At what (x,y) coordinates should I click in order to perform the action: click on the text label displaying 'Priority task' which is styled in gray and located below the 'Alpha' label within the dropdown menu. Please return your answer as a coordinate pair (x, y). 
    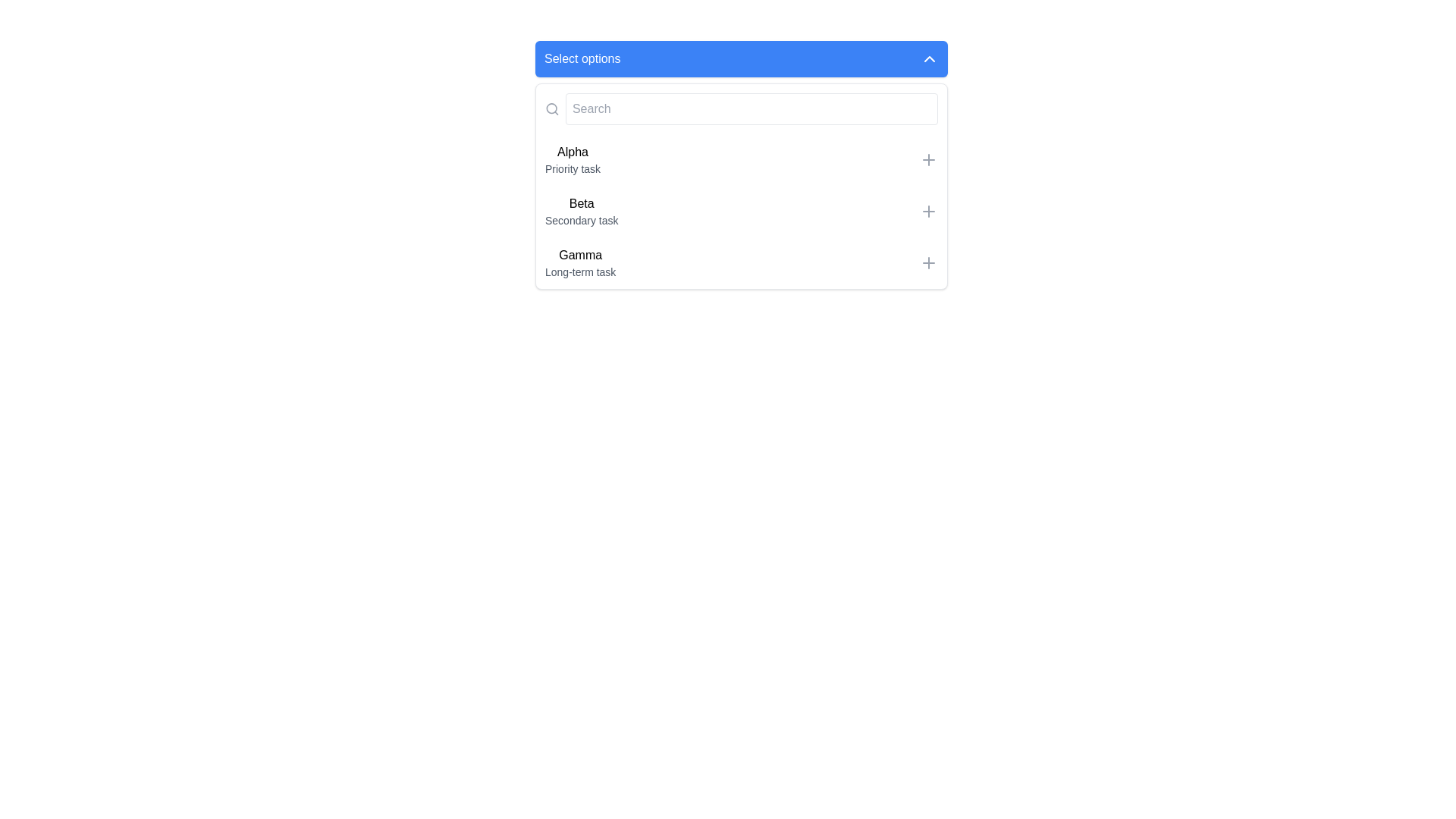
    Looking at the image, I should click on (572, 169).